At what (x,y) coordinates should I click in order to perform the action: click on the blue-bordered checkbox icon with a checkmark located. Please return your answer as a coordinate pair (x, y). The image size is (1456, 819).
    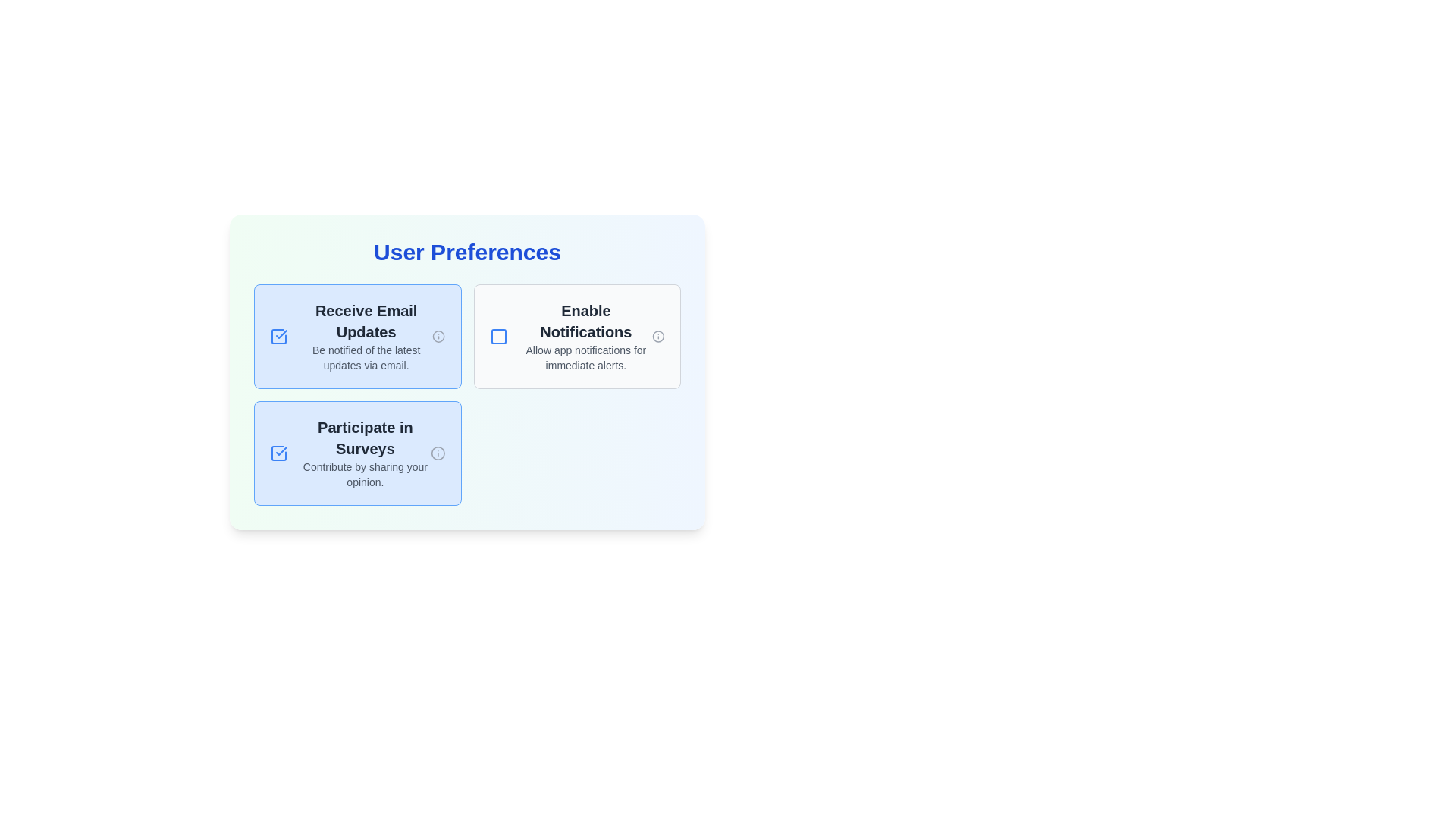
    Looking at the image, I should click on (279, 452).